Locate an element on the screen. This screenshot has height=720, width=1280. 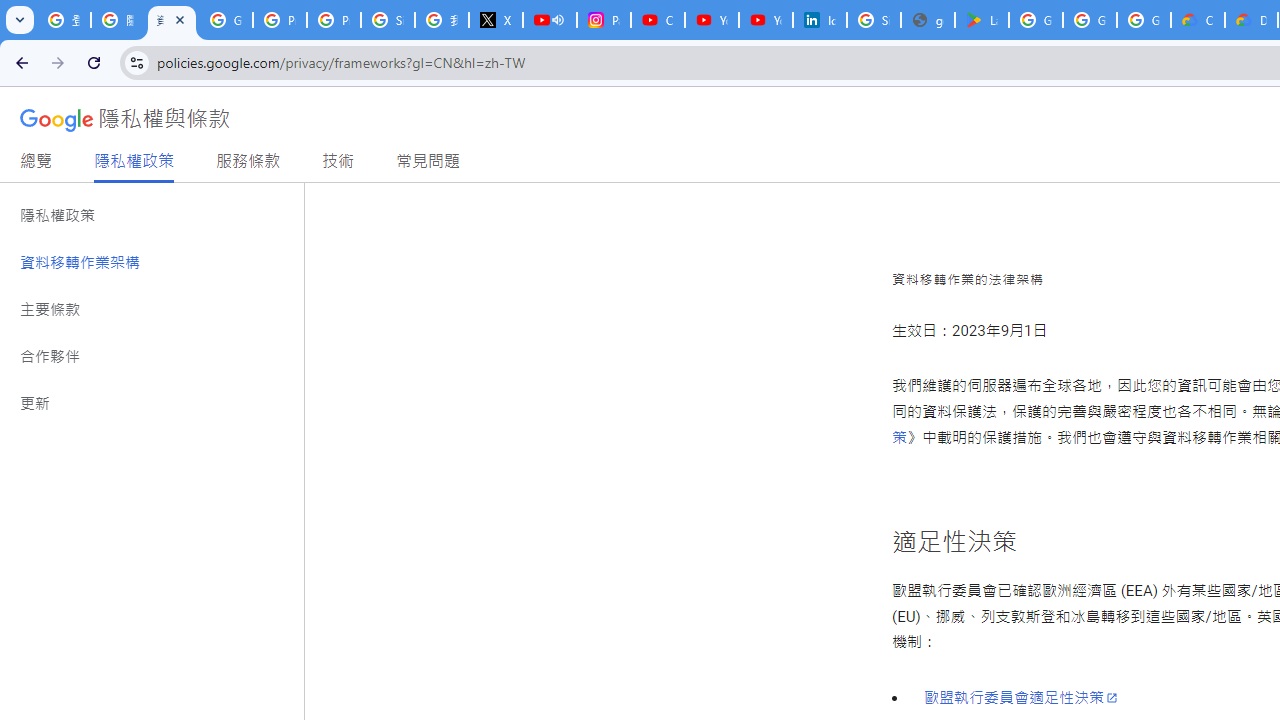
'X' is located at coordinates (496, 20).